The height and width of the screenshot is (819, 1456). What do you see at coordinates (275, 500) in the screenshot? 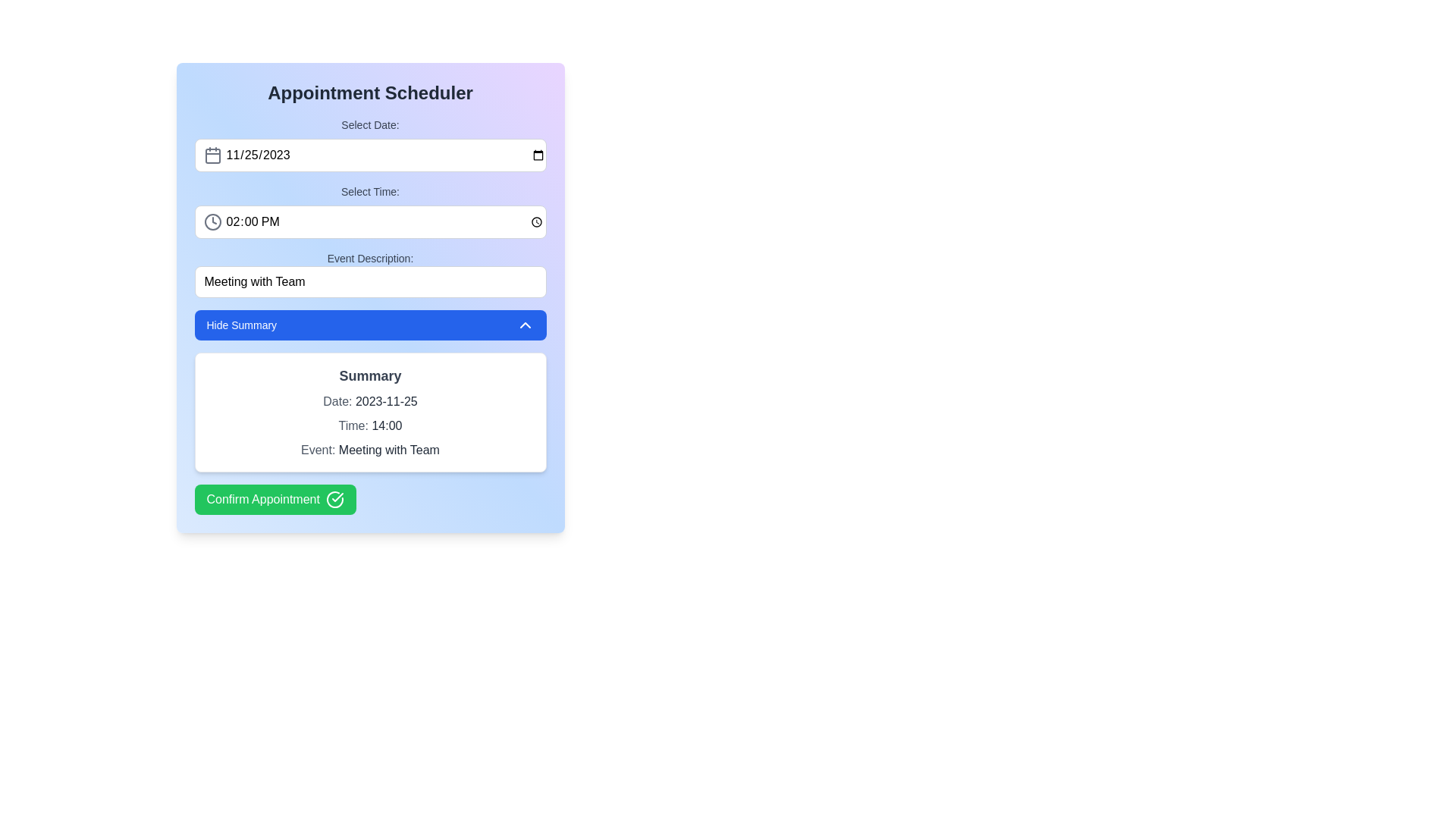
I see `the confirm appointment button located at the bottom of the appointment scheduling form, beneath the summary box, to finalize and save the appointment details` at bounding box center [275, 500].